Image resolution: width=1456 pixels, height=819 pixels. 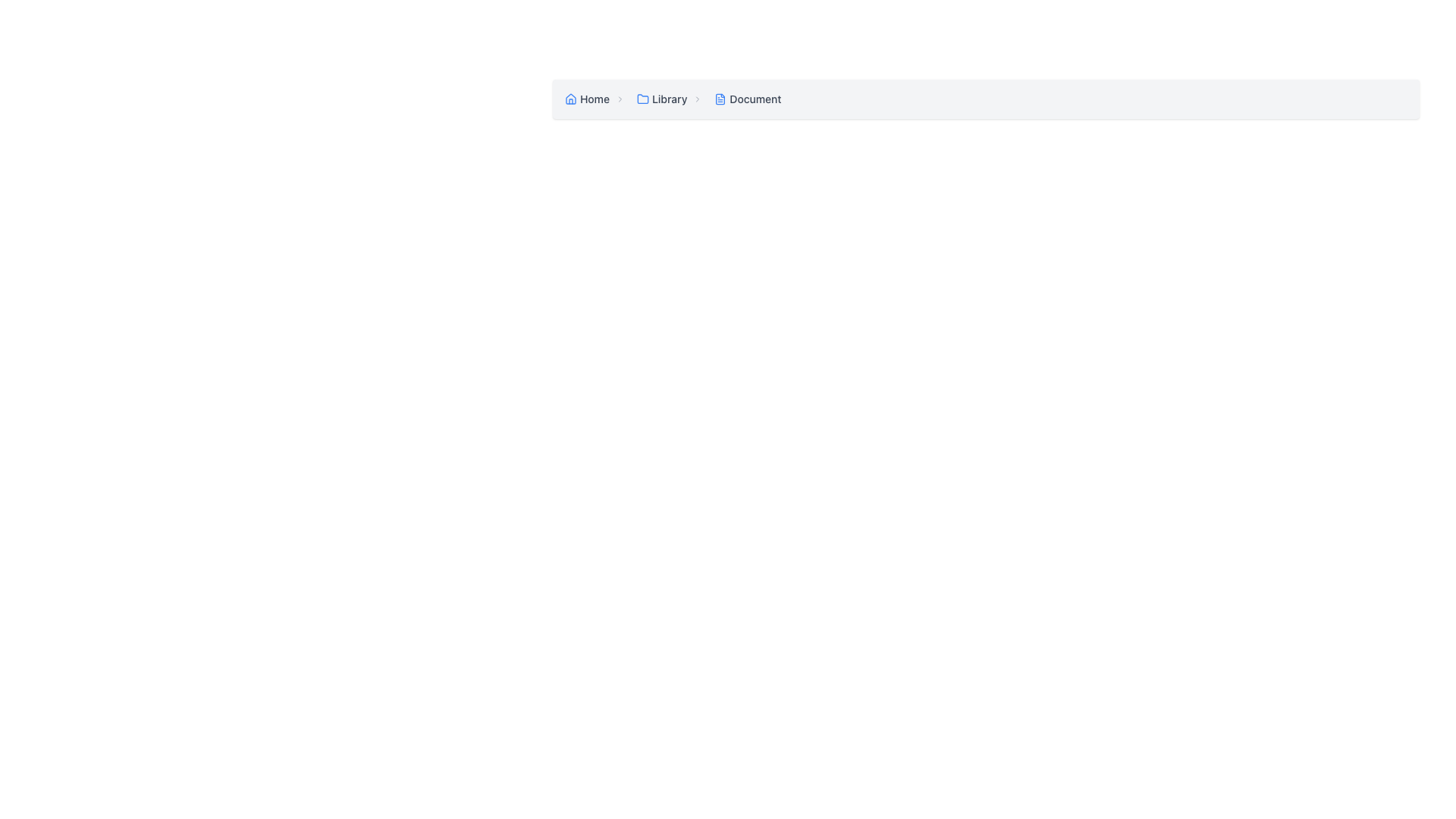 I want to click on the 'Library' text label in the breadcrumb navigation bar, so click(x=669, y=99).